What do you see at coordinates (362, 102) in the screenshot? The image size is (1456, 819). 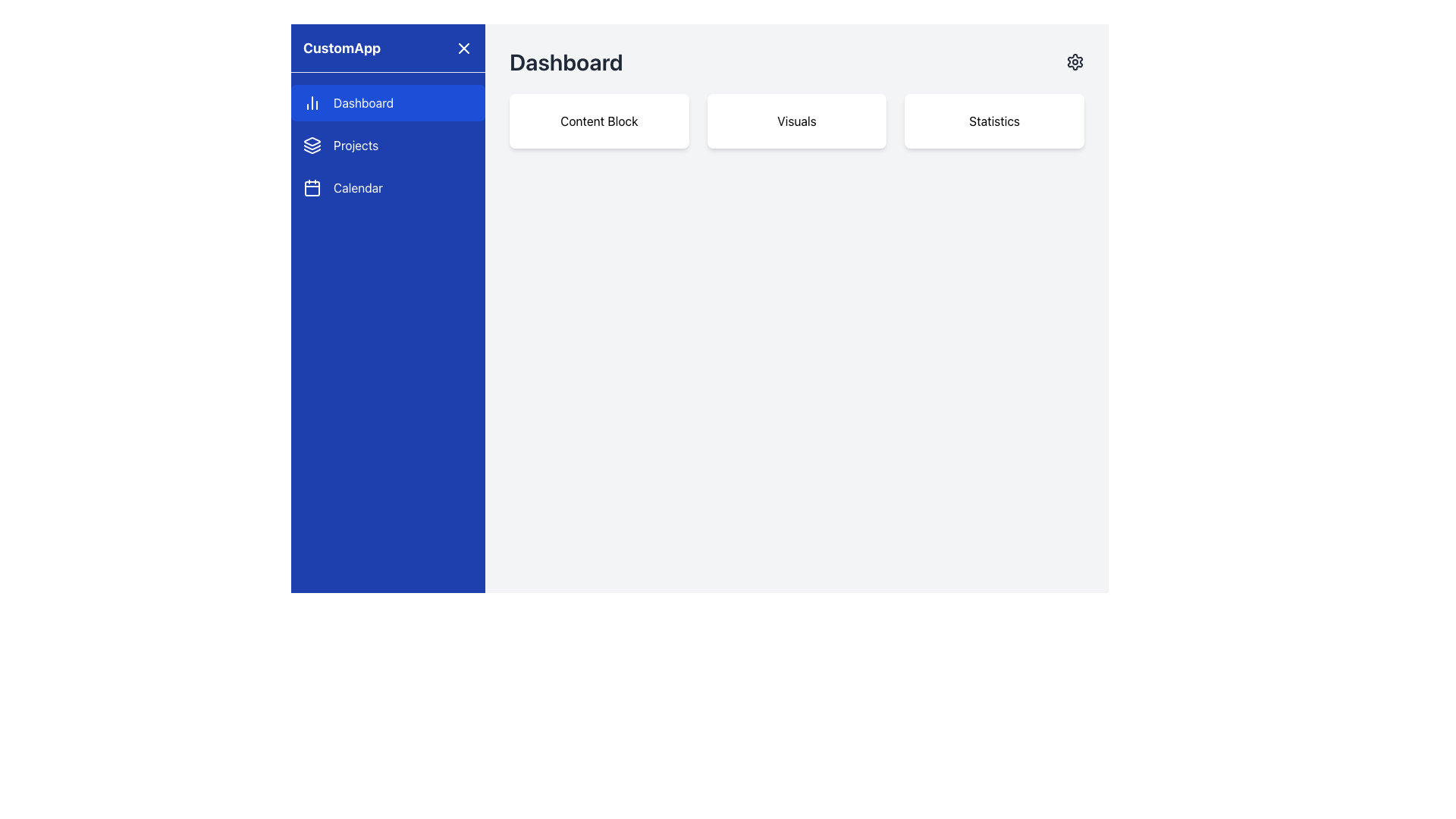 I see `the 'Dashboard' text label located in the left side navigation menu` at bounding box center [362, 102].